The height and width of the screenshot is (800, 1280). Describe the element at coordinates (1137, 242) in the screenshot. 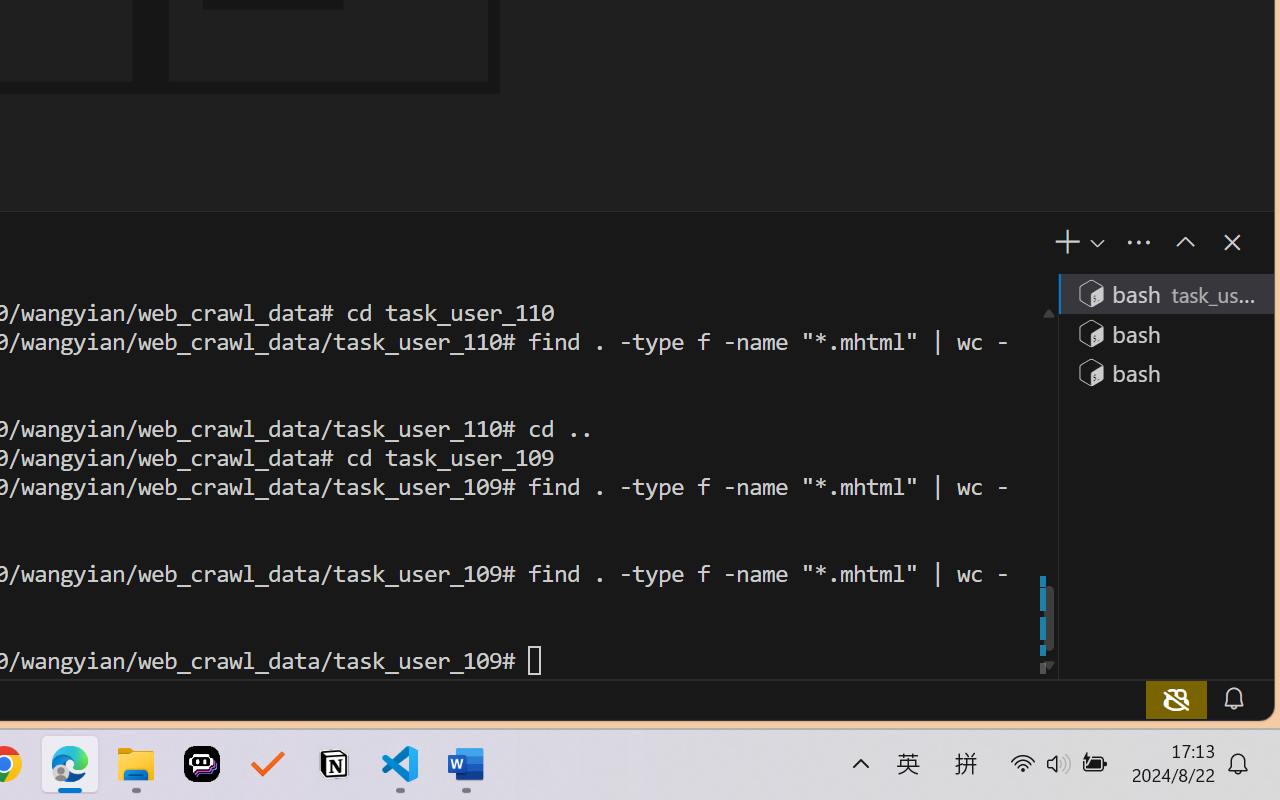

I see `'Views and More Actions...'` at that location.